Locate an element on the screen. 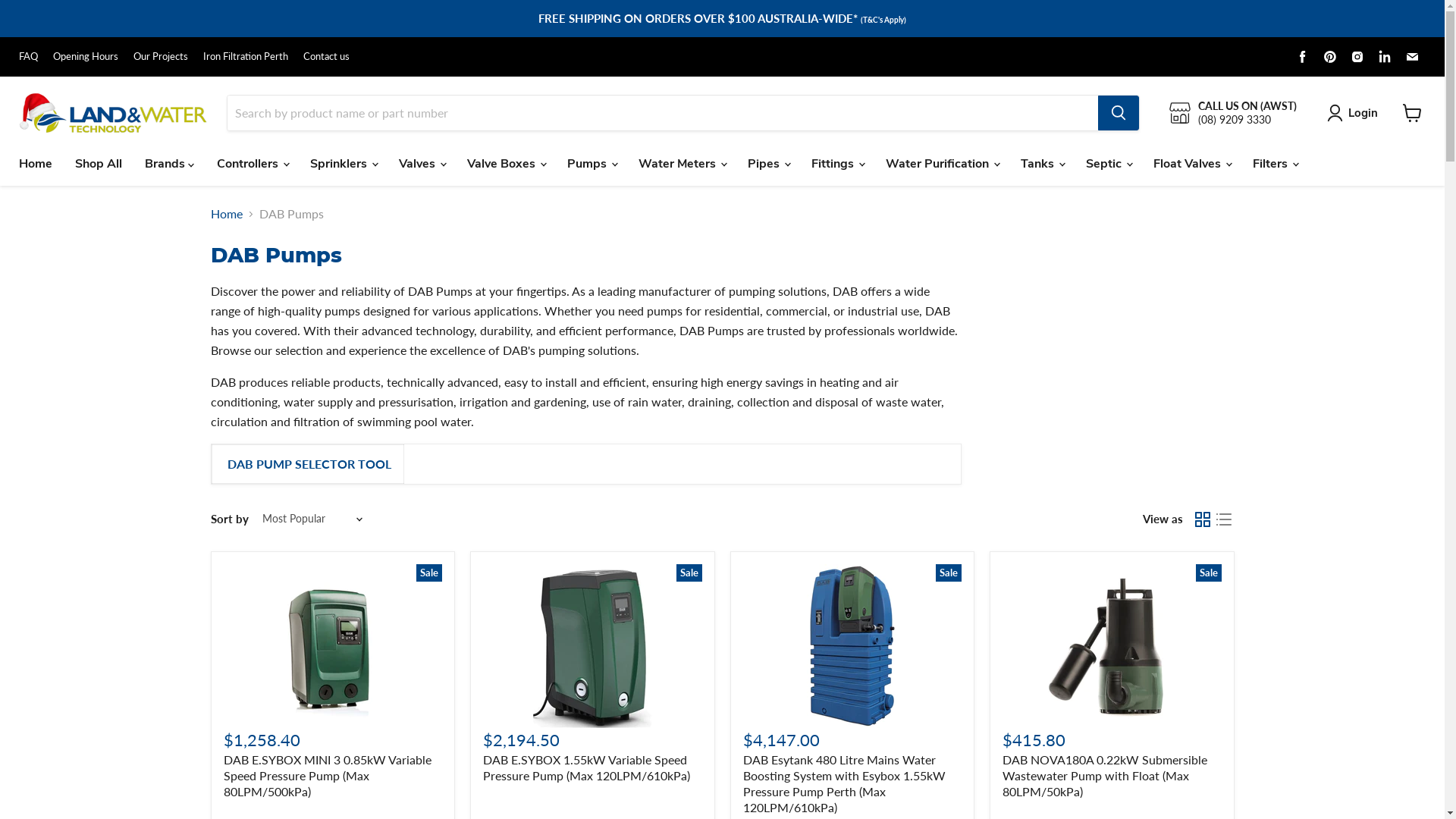 The width and height of the screenshot is (1456, 819). 'FAQ' is located at coordinates (28, 55).